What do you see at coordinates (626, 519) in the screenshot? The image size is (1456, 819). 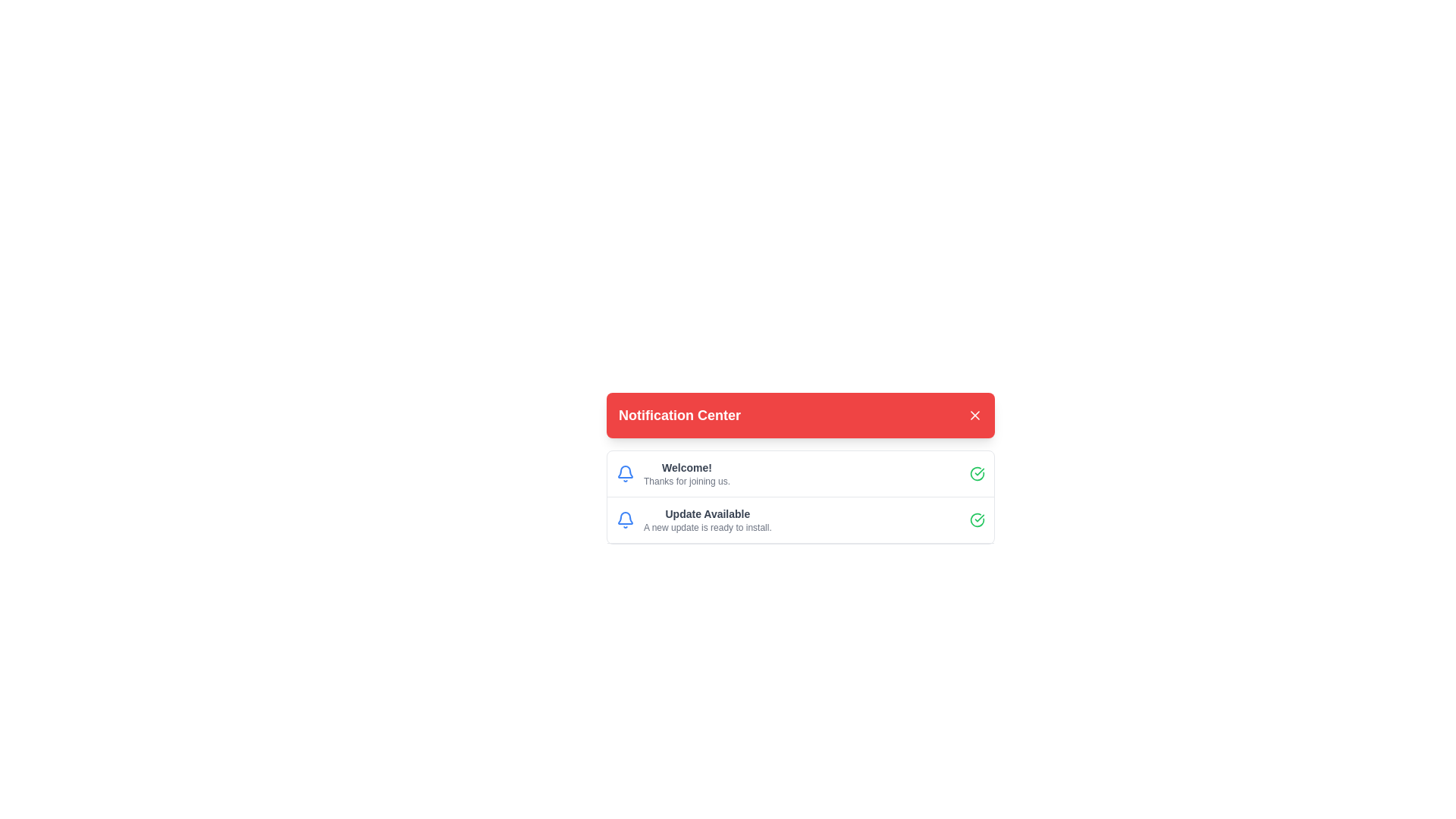 I see `the blue bell icon located on the left side of the second row, just before the 'Update Available' text` at bounding box center [626, 519].